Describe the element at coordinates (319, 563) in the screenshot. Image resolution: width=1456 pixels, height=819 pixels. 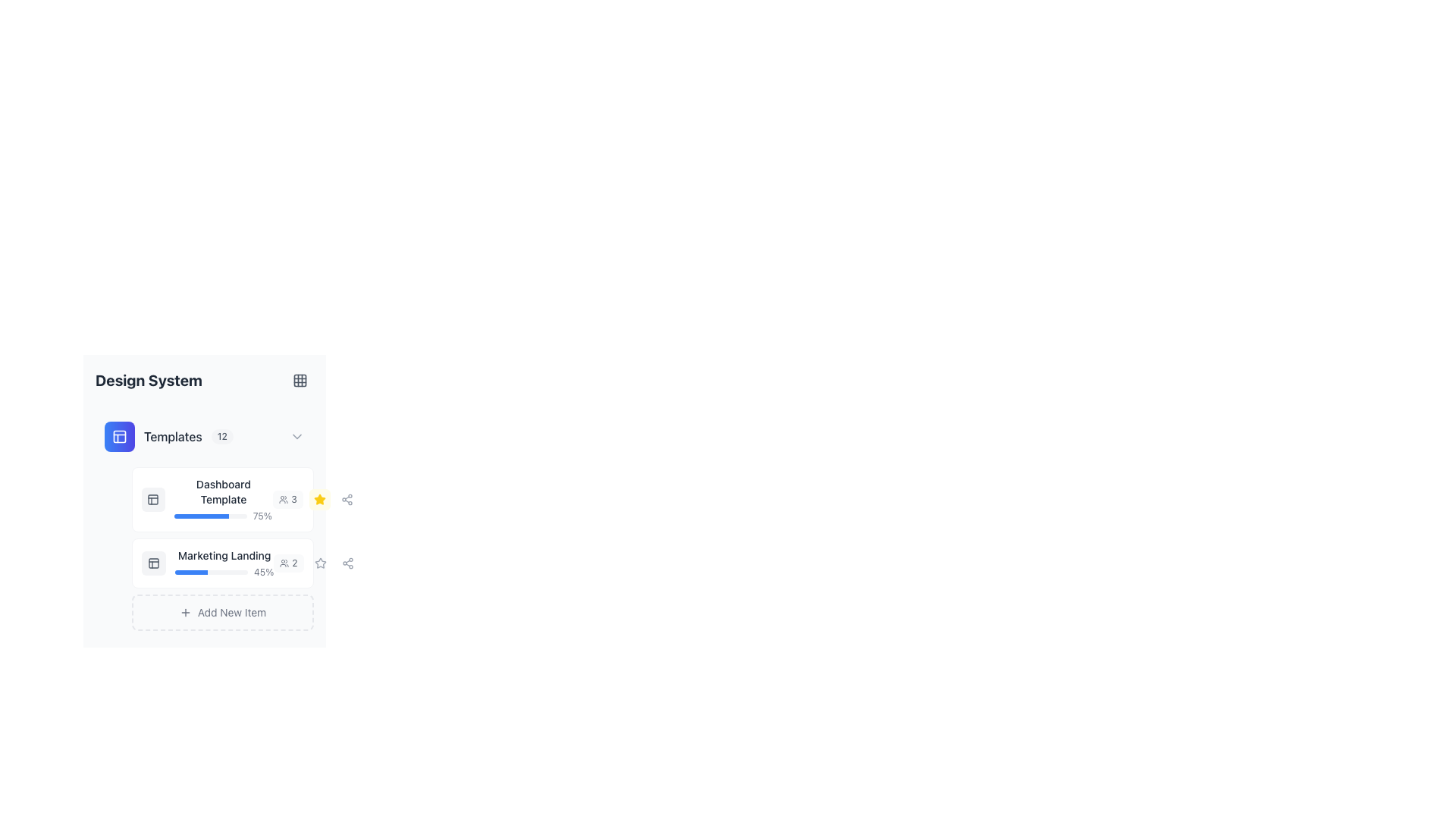
I see `the Icon button located immediately to the right of the 'Dashboard Template' entry in the 'Design System' list` at that location.